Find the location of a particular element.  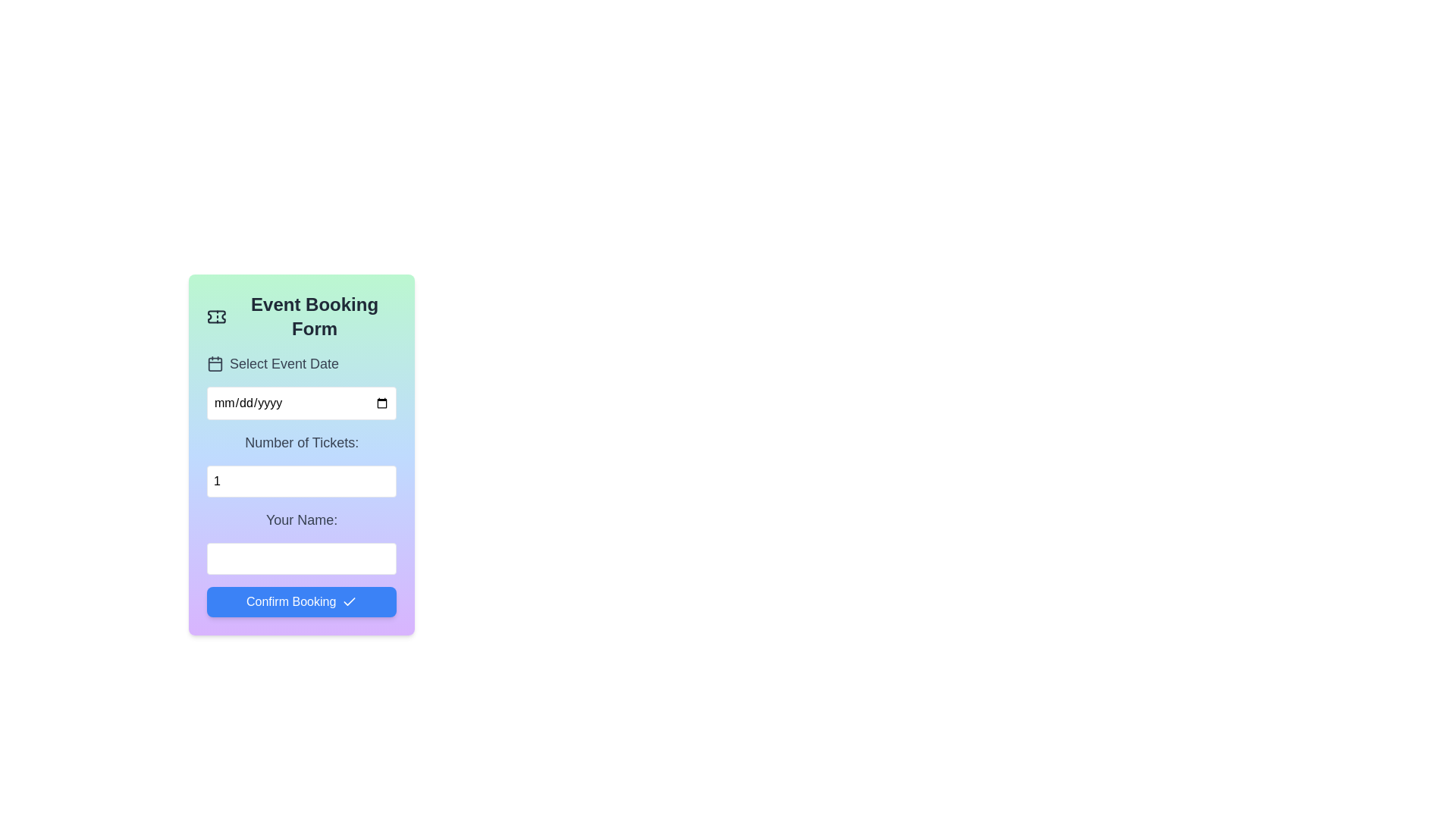

the static label text that states 'Number of Tickets:', which is styled with a large font size and gray color, located above the 'Number of Tickets' input field is located at coordinates (302, 442).